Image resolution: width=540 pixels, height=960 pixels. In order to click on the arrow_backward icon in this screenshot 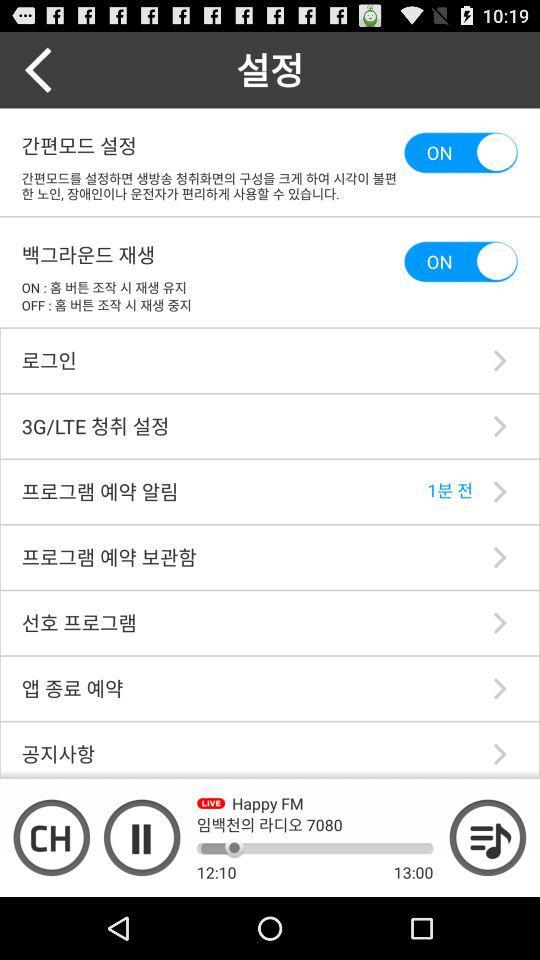, I will do `click(38, 74)`.